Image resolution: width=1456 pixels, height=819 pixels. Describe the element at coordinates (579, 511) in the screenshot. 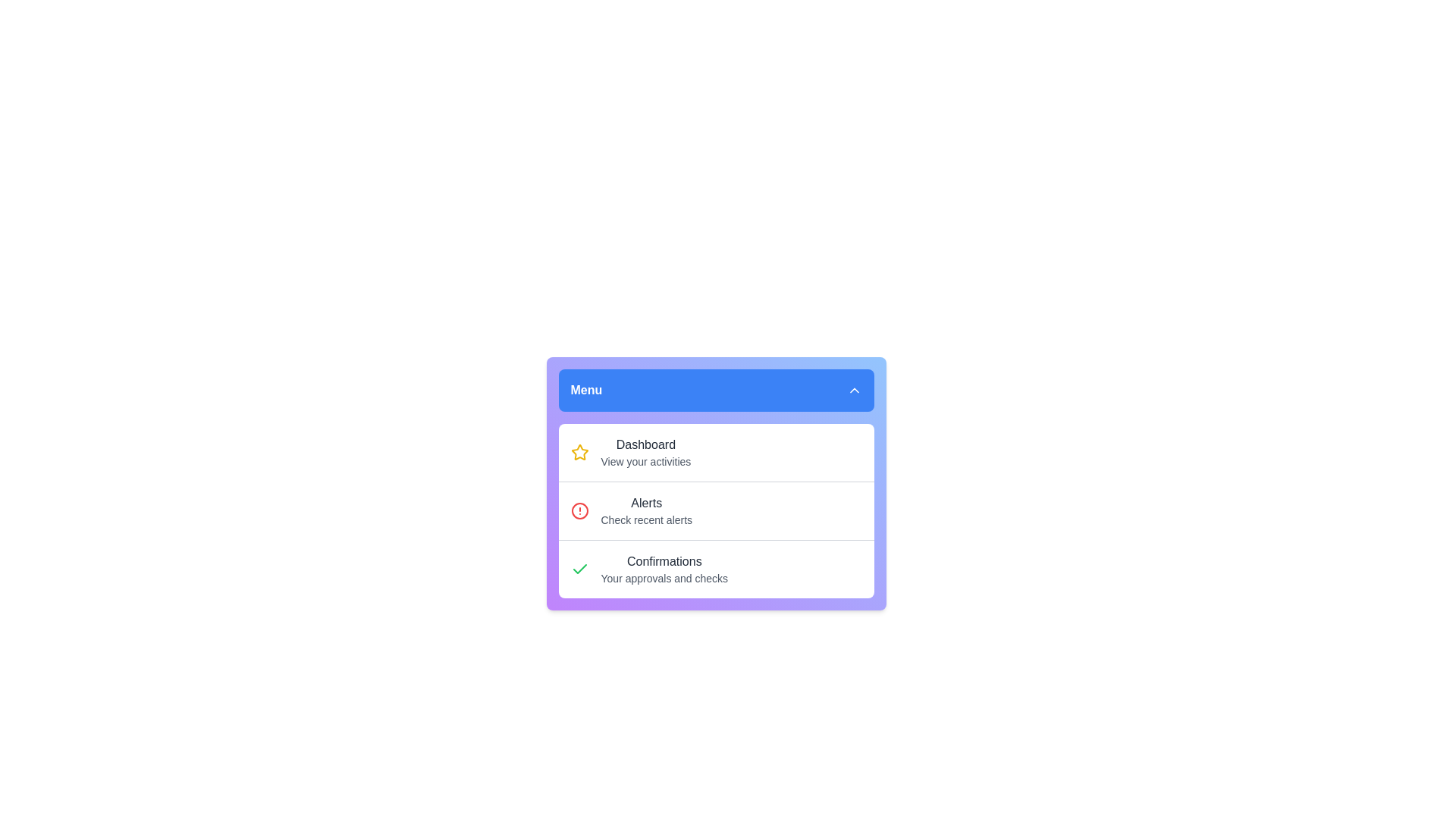

I see `the small red circular shape that indicates notifications within the 'Alerts' section of the menu interface` at that location.